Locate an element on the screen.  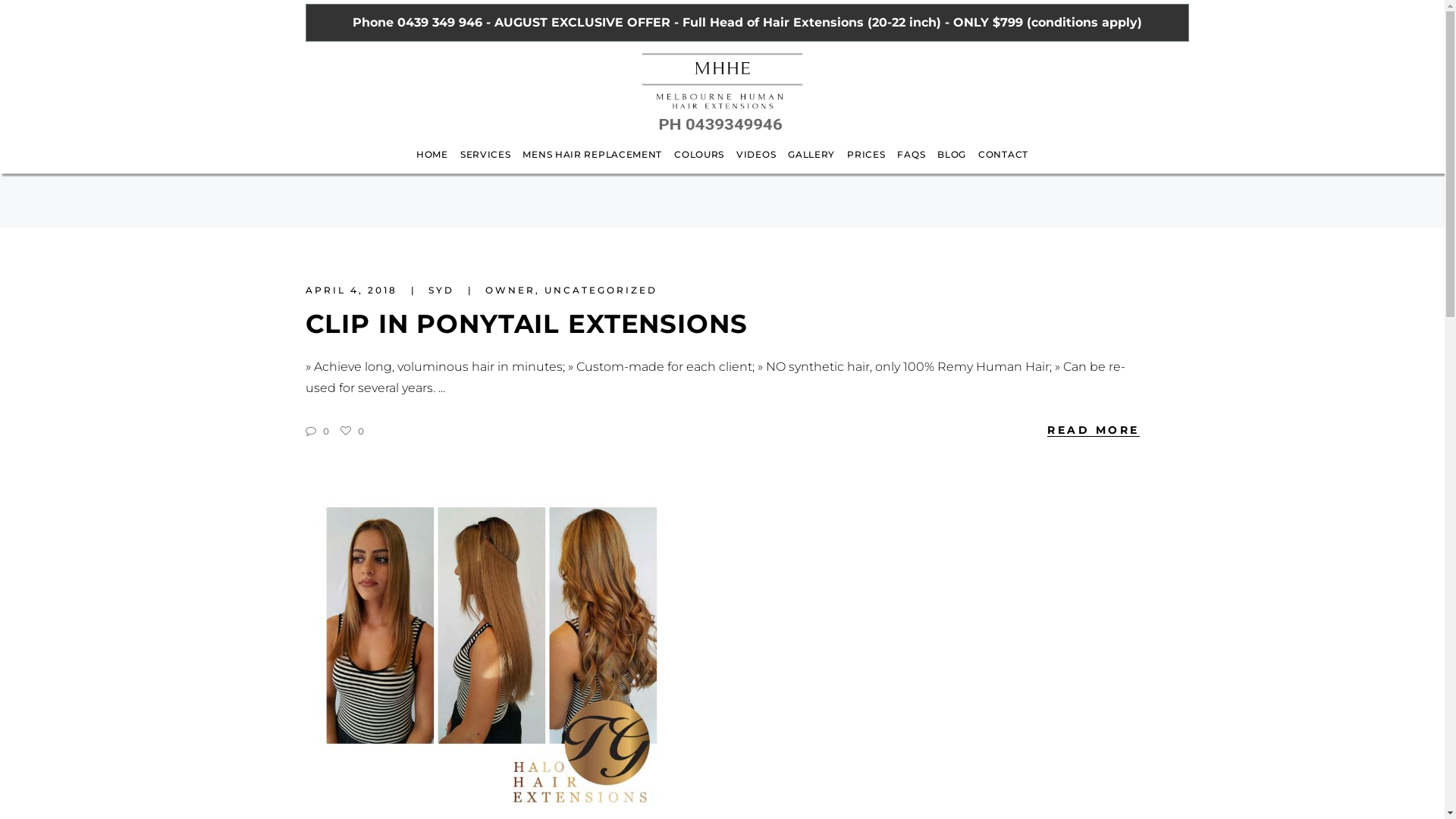
'CLIP IN PONYTAIL EXTENSIONS' is located at coordinates (526, 323).